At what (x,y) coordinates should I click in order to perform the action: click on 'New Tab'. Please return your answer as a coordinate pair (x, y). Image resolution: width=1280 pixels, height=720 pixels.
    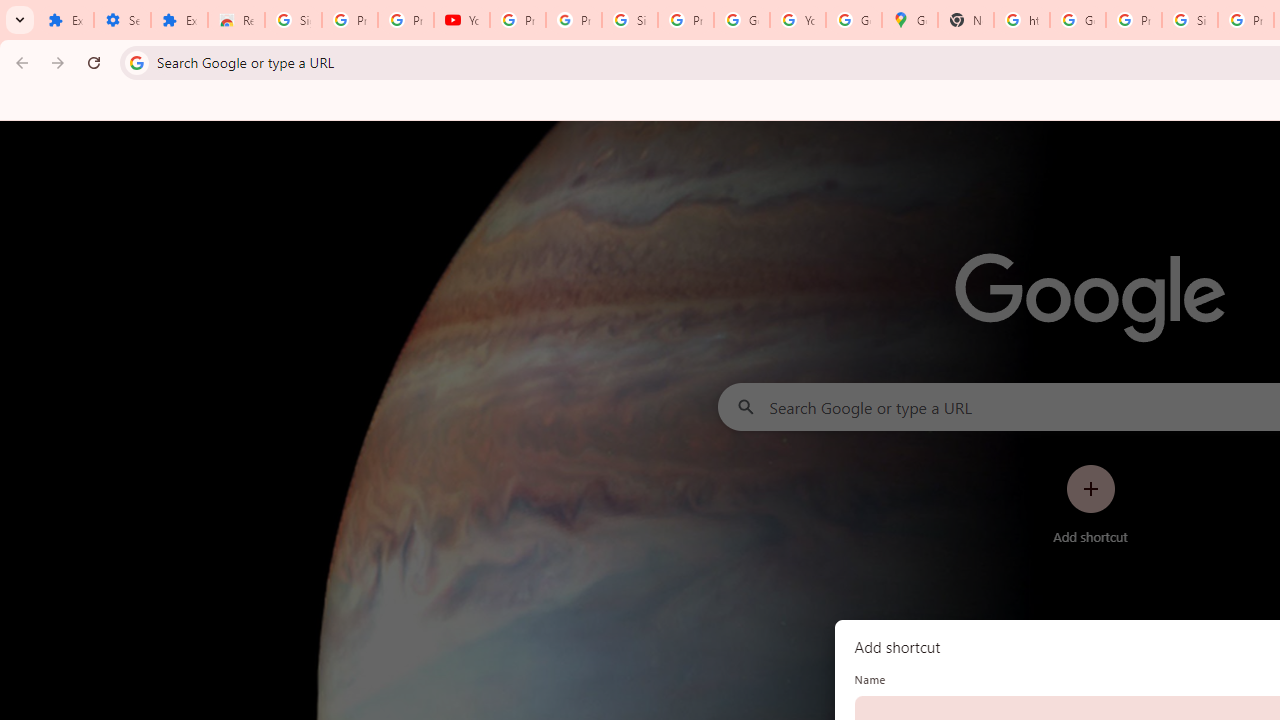
    Looking at the image, I should click on (966, 20).